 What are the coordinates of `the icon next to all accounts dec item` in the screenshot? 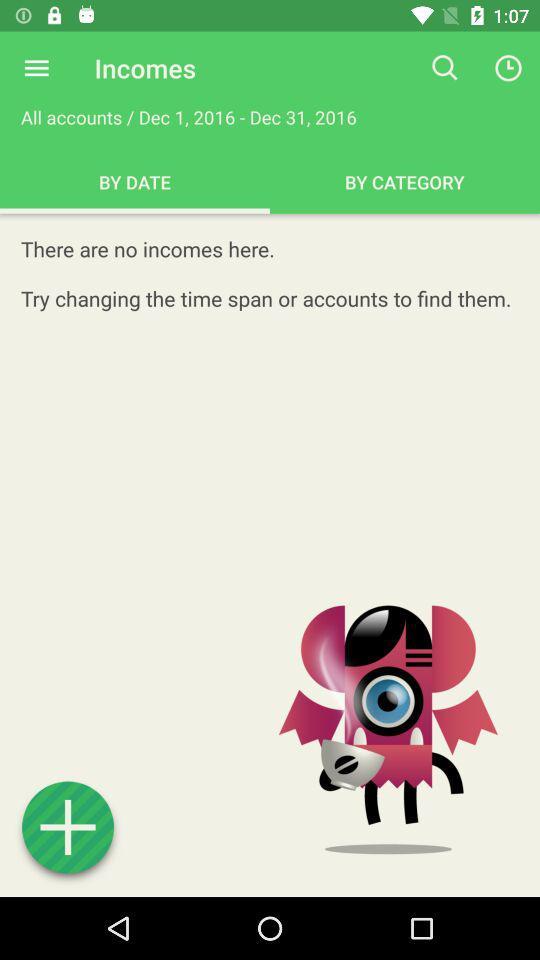 It's located at (445, 68).